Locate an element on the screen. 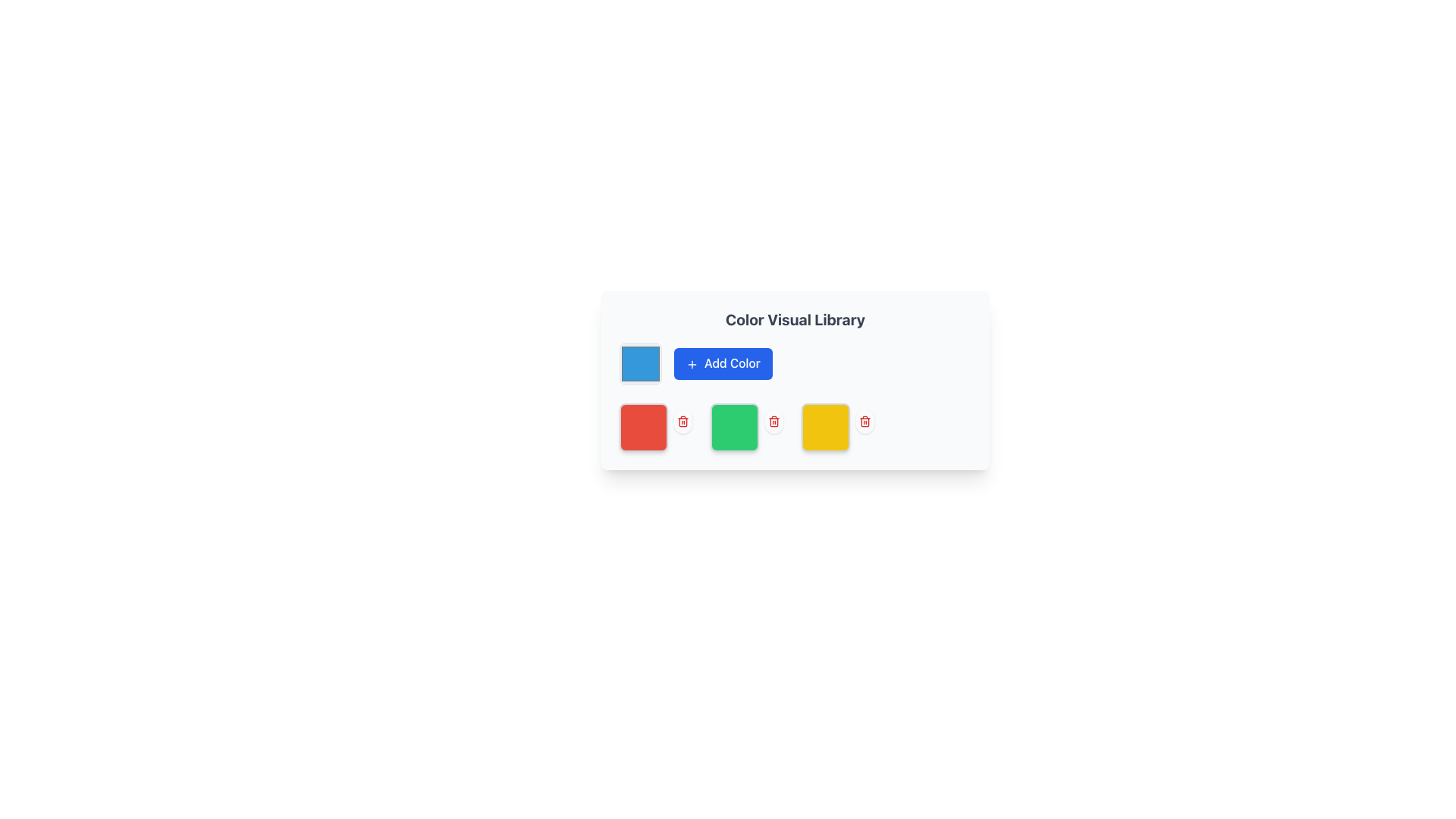 The height and width of the screenshot is (819, 1456). the green square tile with rounded corners located in the 'Color Visual Library' grid is located at coordinates (749, 427).